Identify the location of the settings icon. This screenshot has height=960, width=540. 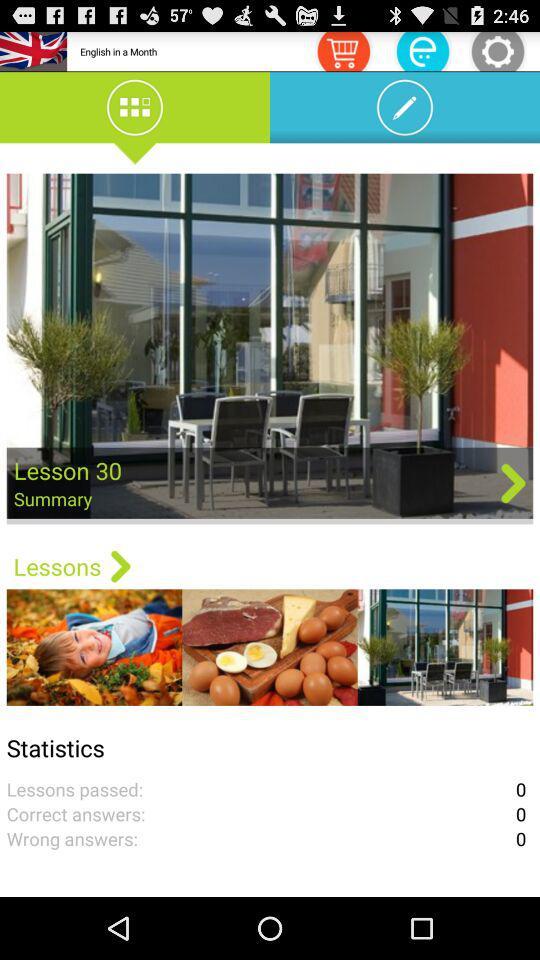
(496, 53).